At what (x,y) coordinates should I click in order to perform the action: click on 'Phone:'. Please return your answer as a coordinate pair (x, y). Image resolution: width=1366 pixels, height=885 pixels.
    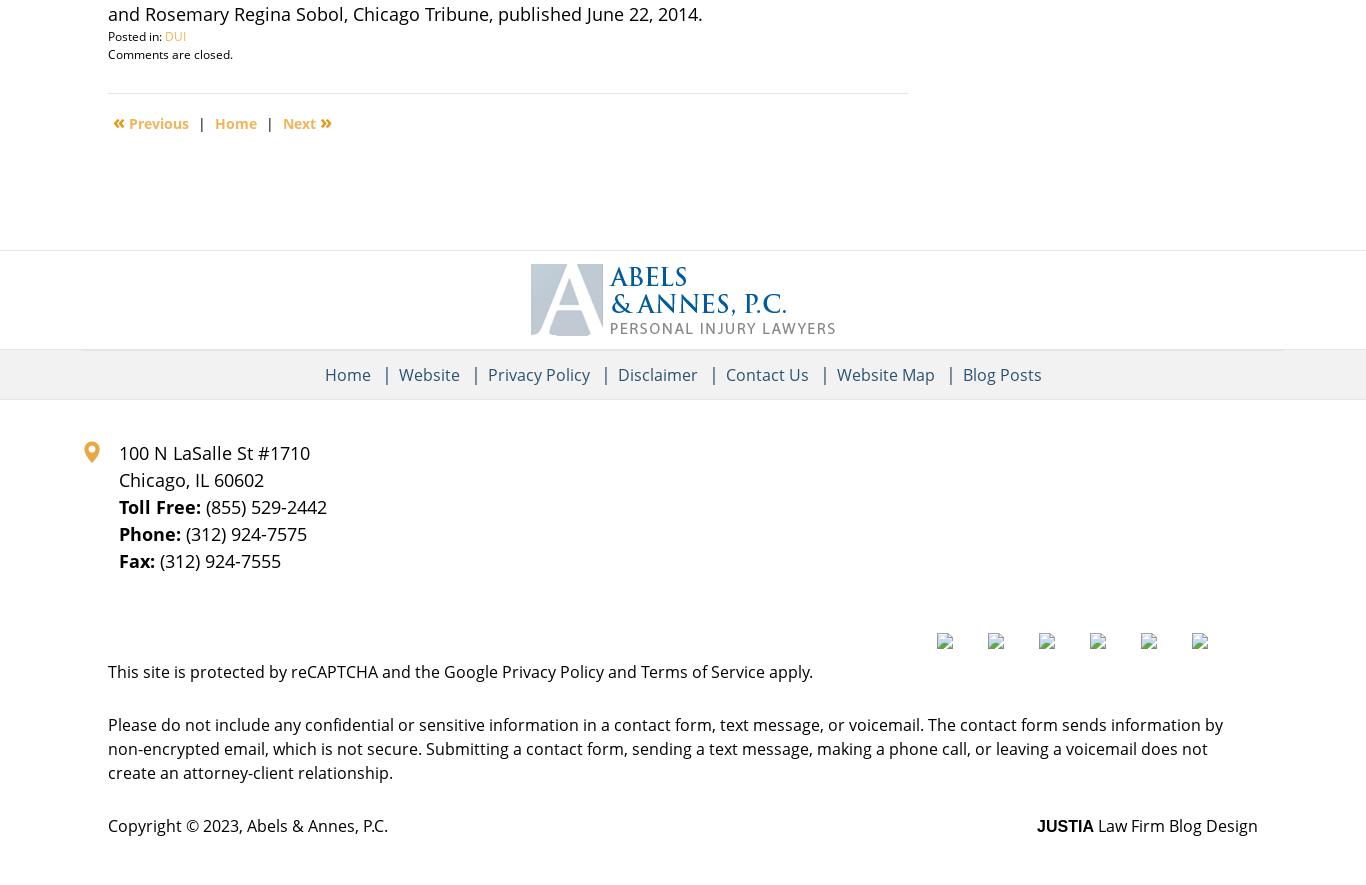
    Looking at the image, I should click on (151, 532).